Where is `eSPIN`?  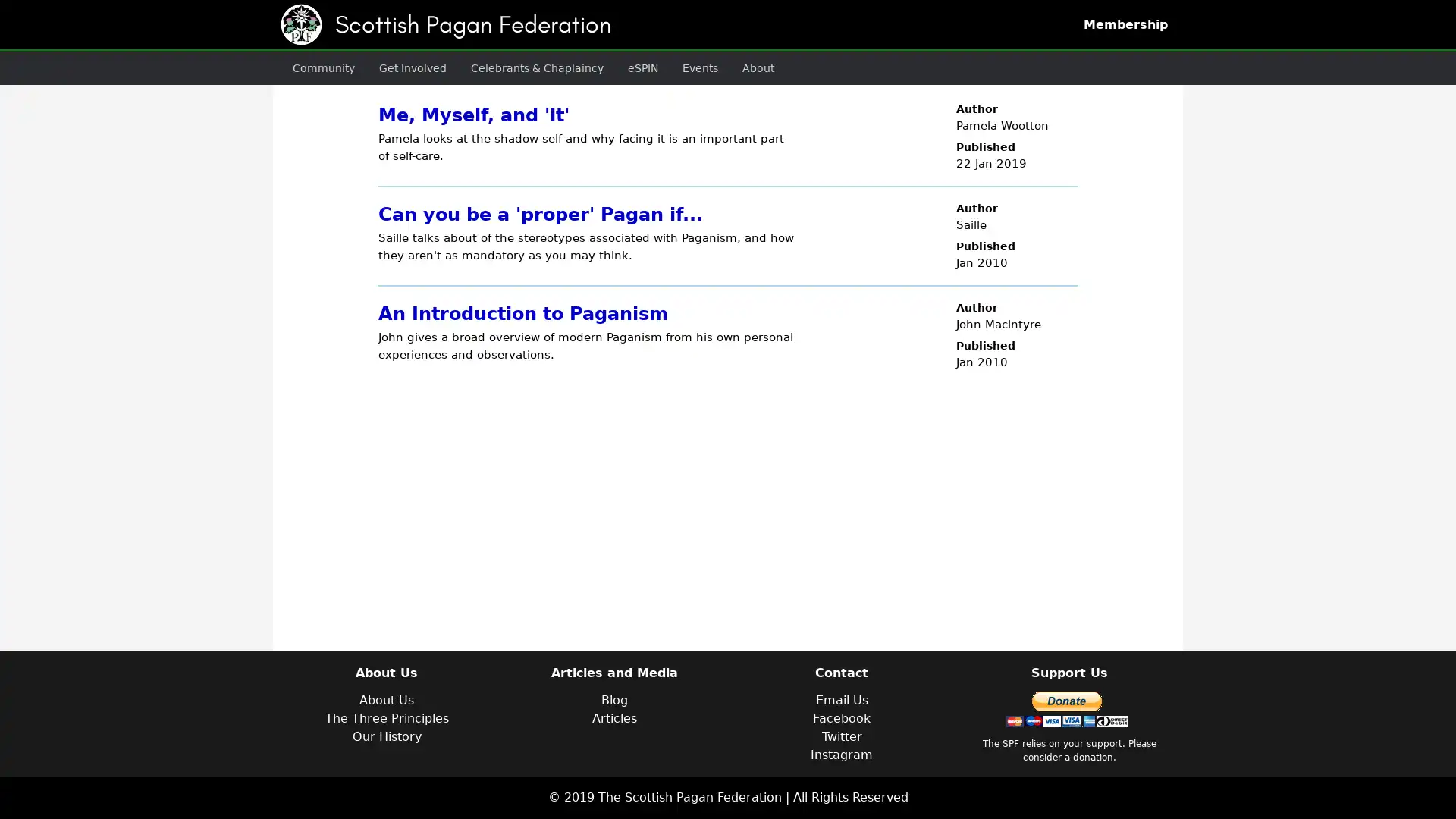
eSPIN is located at coordinates (614, 67).